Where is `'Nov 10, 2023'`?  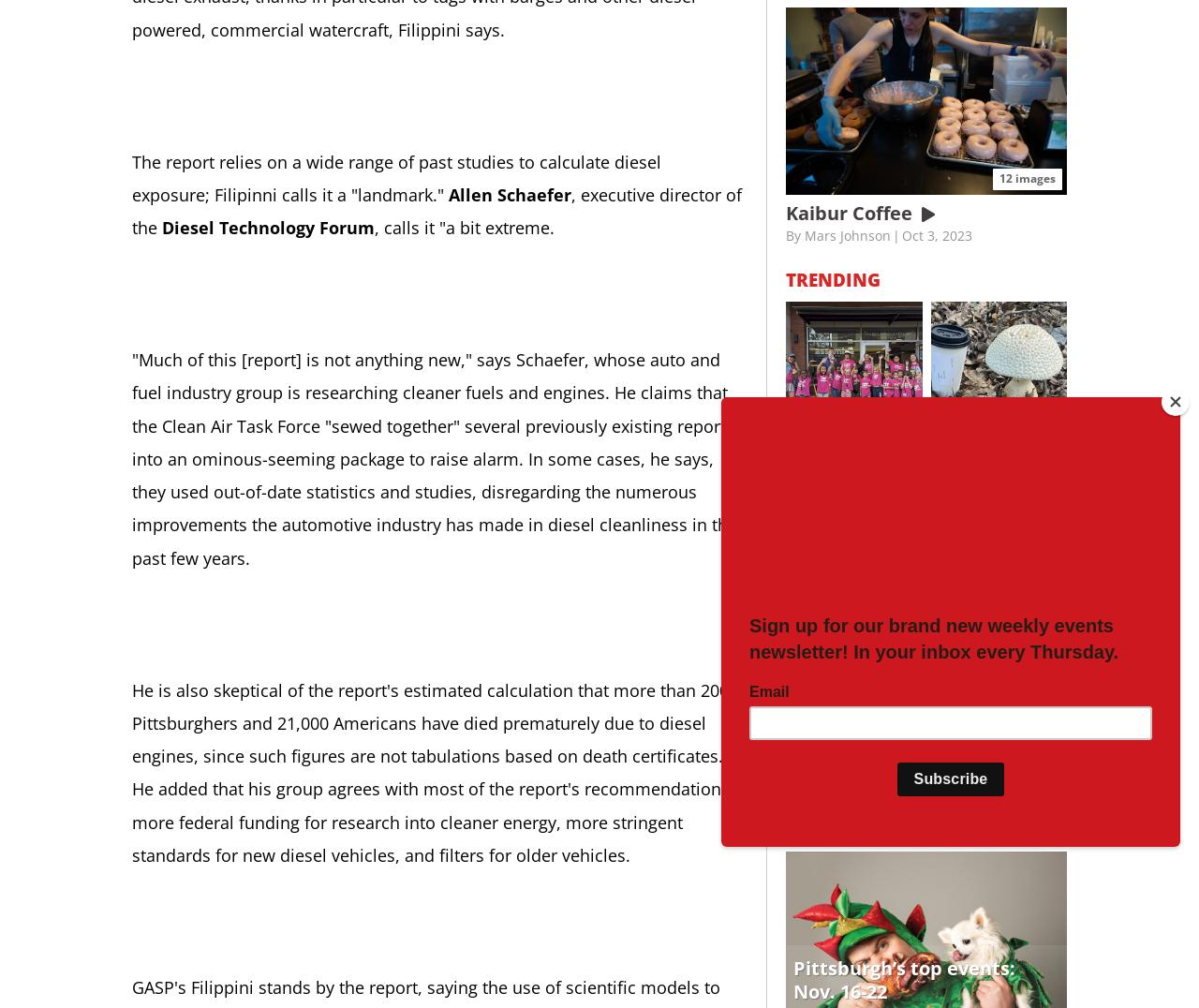 'Nov 10, 2023' is located at coordinates (964, 498).